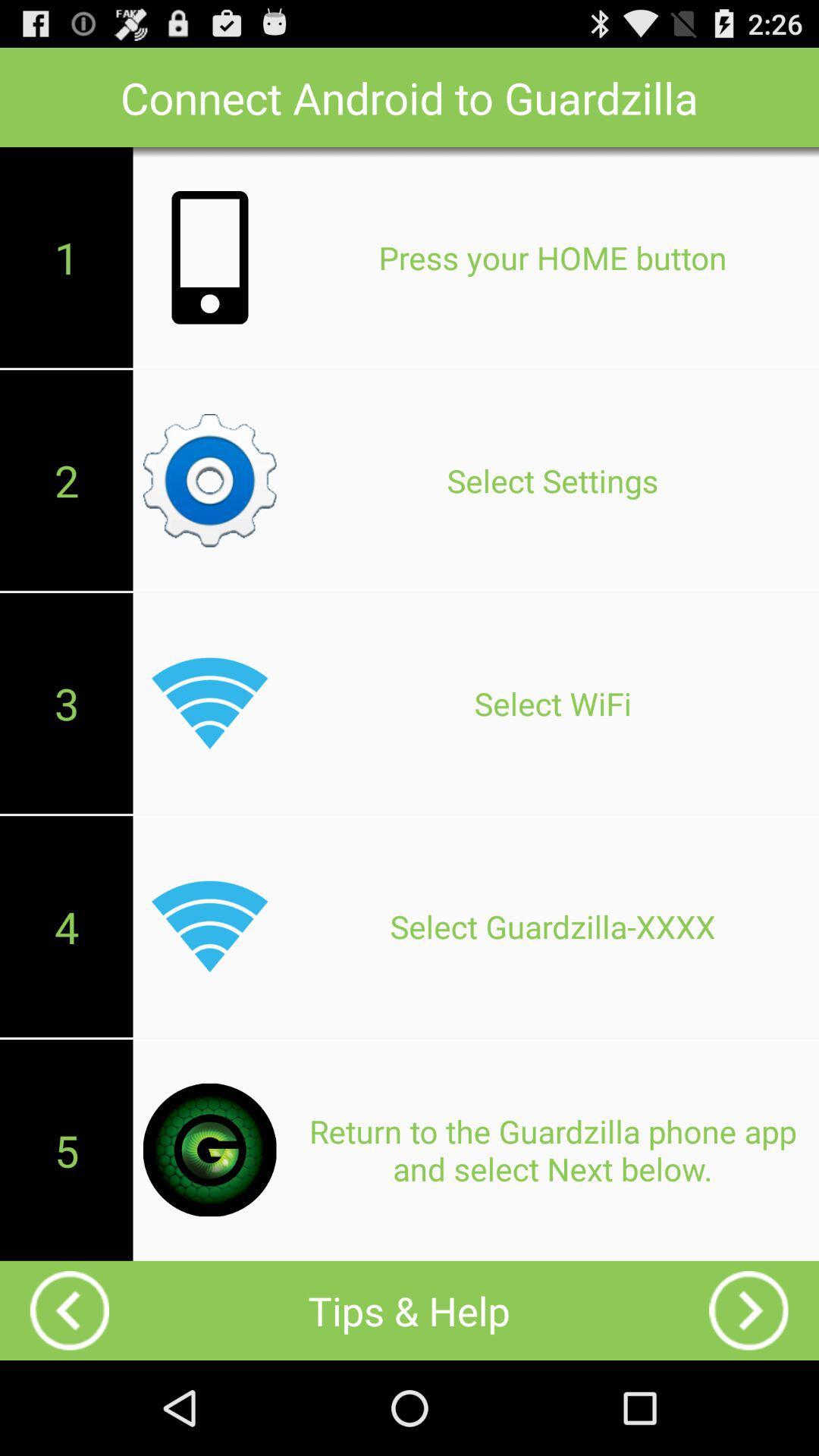 This screenshot has width=819, height=1456. Describe the element at coordinates (748, 1310) in the screenshot. I see `next page` at that location.